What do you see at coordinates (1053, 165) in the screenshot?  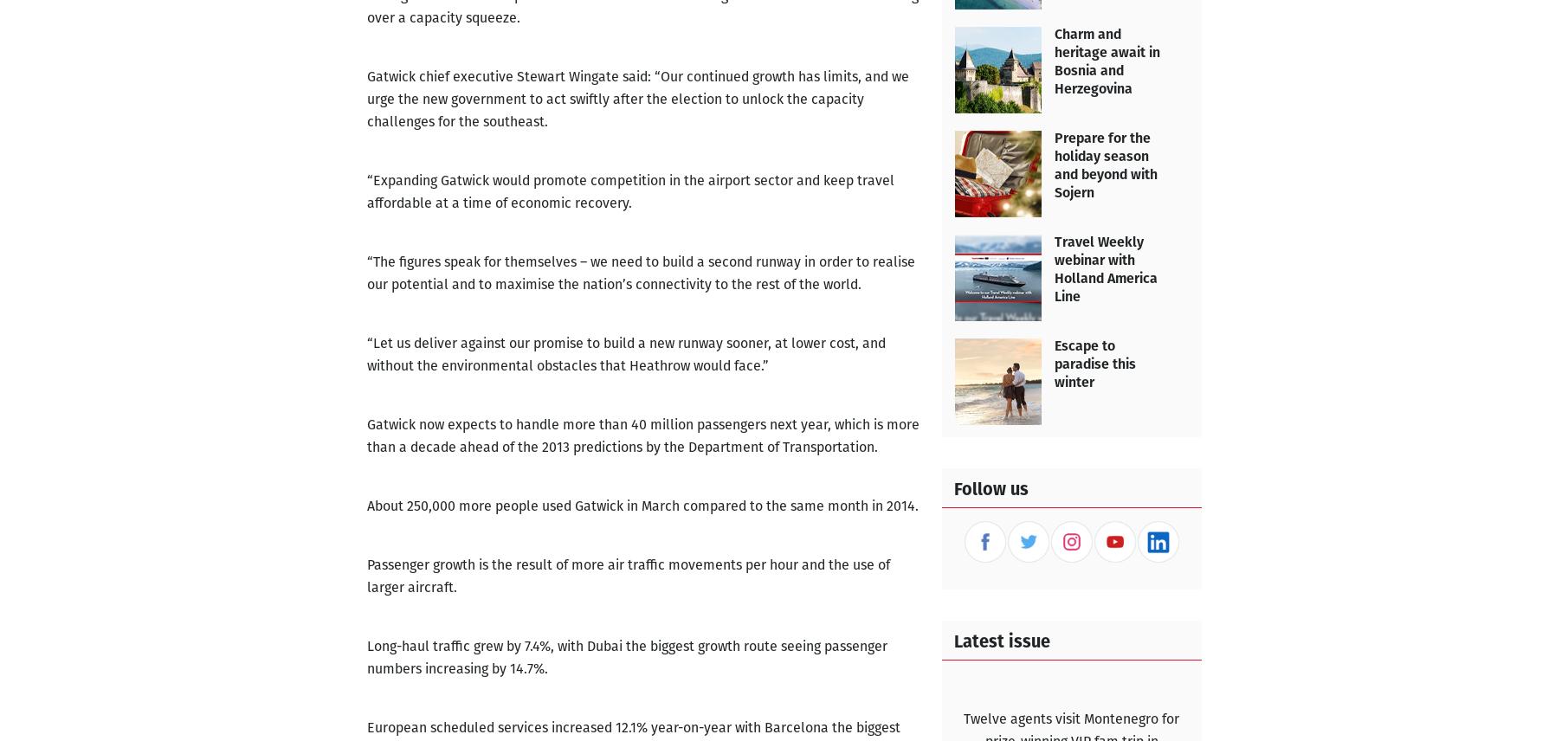 I see `'Prepare for the holiday season and beyond with Sojern'` at bounding box center [1053, 165].